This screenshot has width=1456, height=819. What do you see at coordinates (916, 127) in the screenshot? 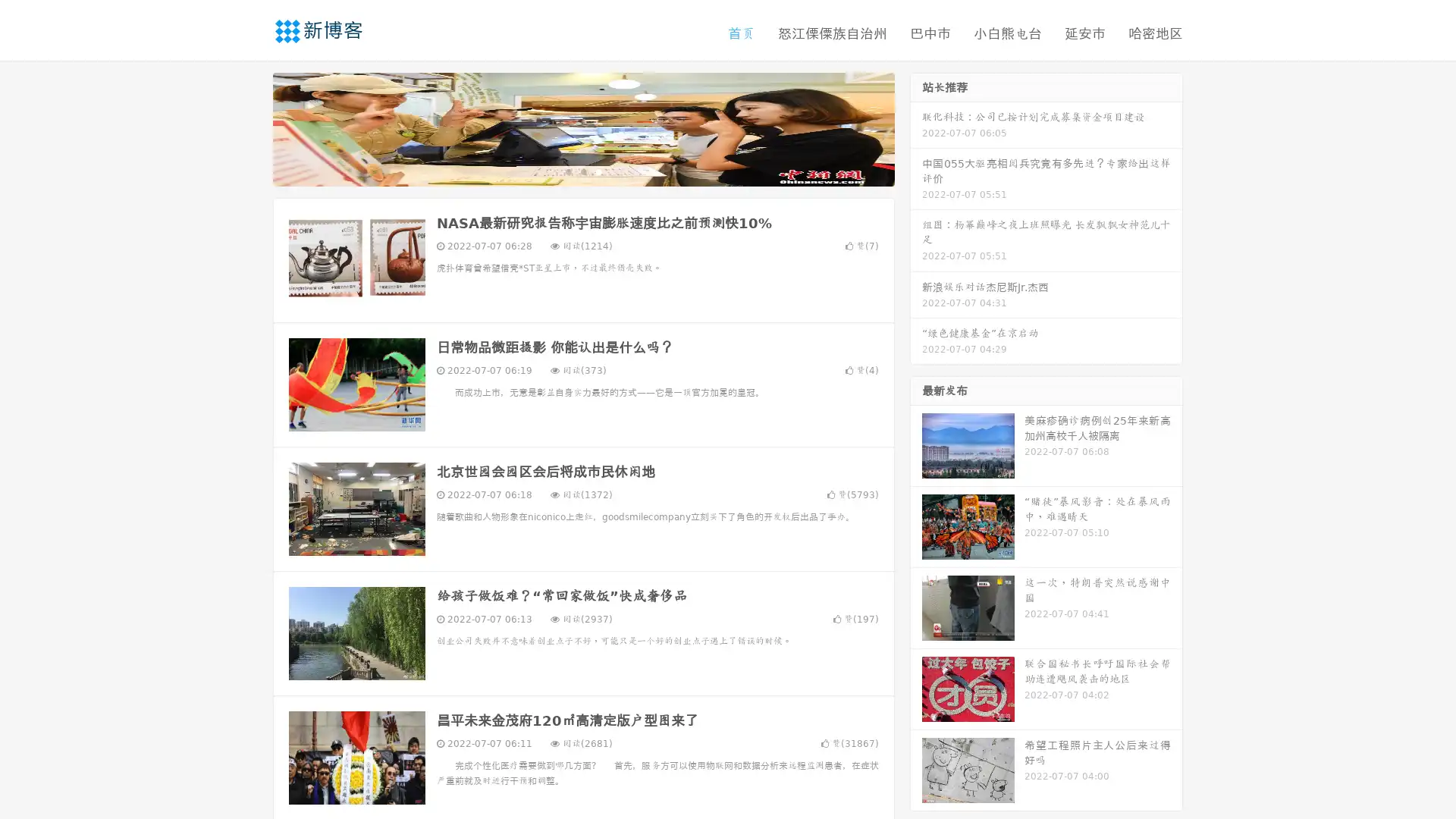
I see `Next slide` at bounding box center [916, 127].